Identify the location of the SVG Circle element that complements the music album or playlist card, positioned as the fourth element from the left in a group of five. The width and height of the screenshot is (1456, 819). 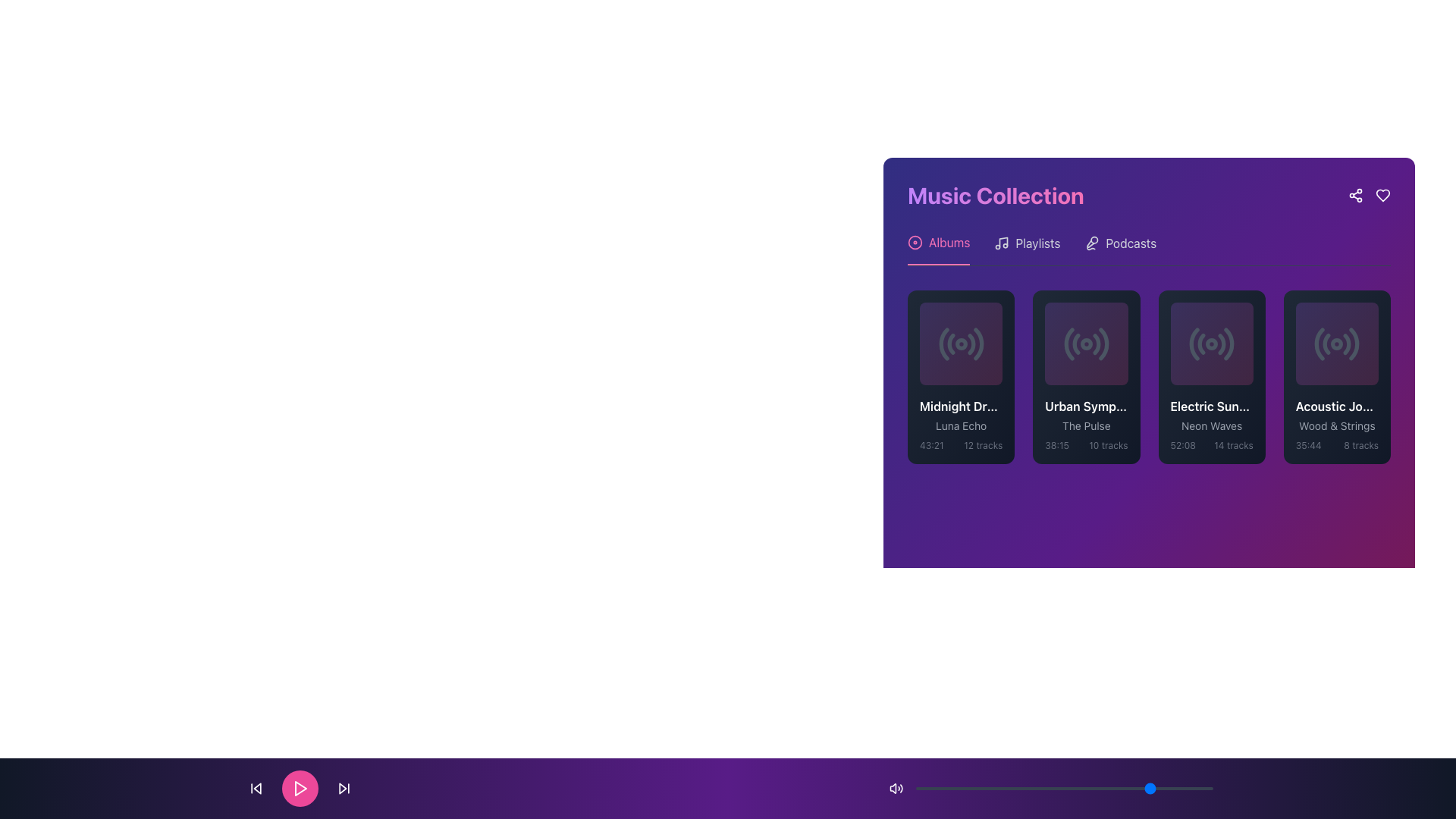
(1337, 344).